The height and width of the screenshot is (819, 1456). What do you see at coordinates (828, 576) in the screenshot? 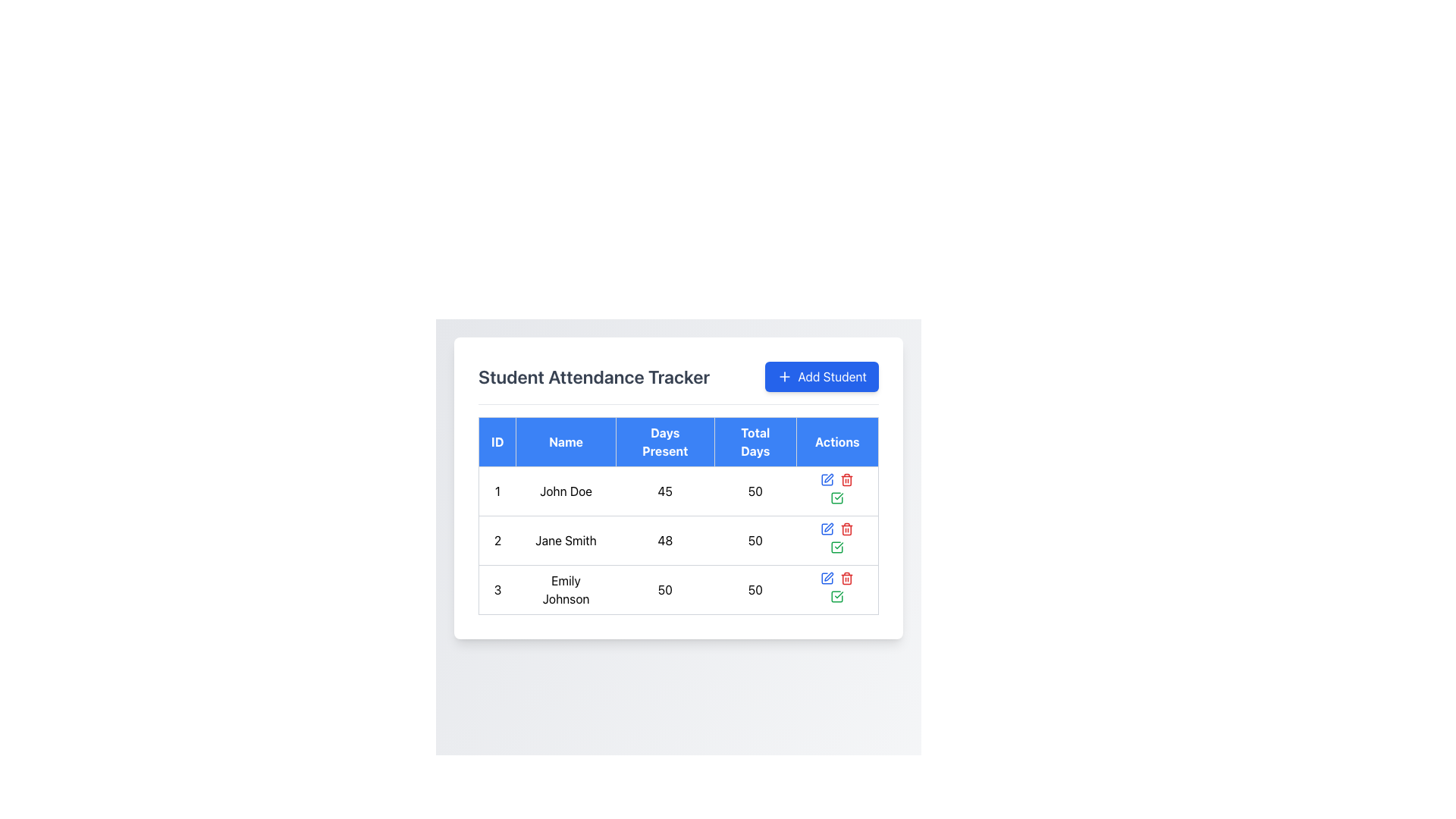
I see `the edit icon represented by a minimalistic pen overlaying a square in the 'Actions' column of the third row for 'Emily Johnson'` at bounding box center [828, 576].